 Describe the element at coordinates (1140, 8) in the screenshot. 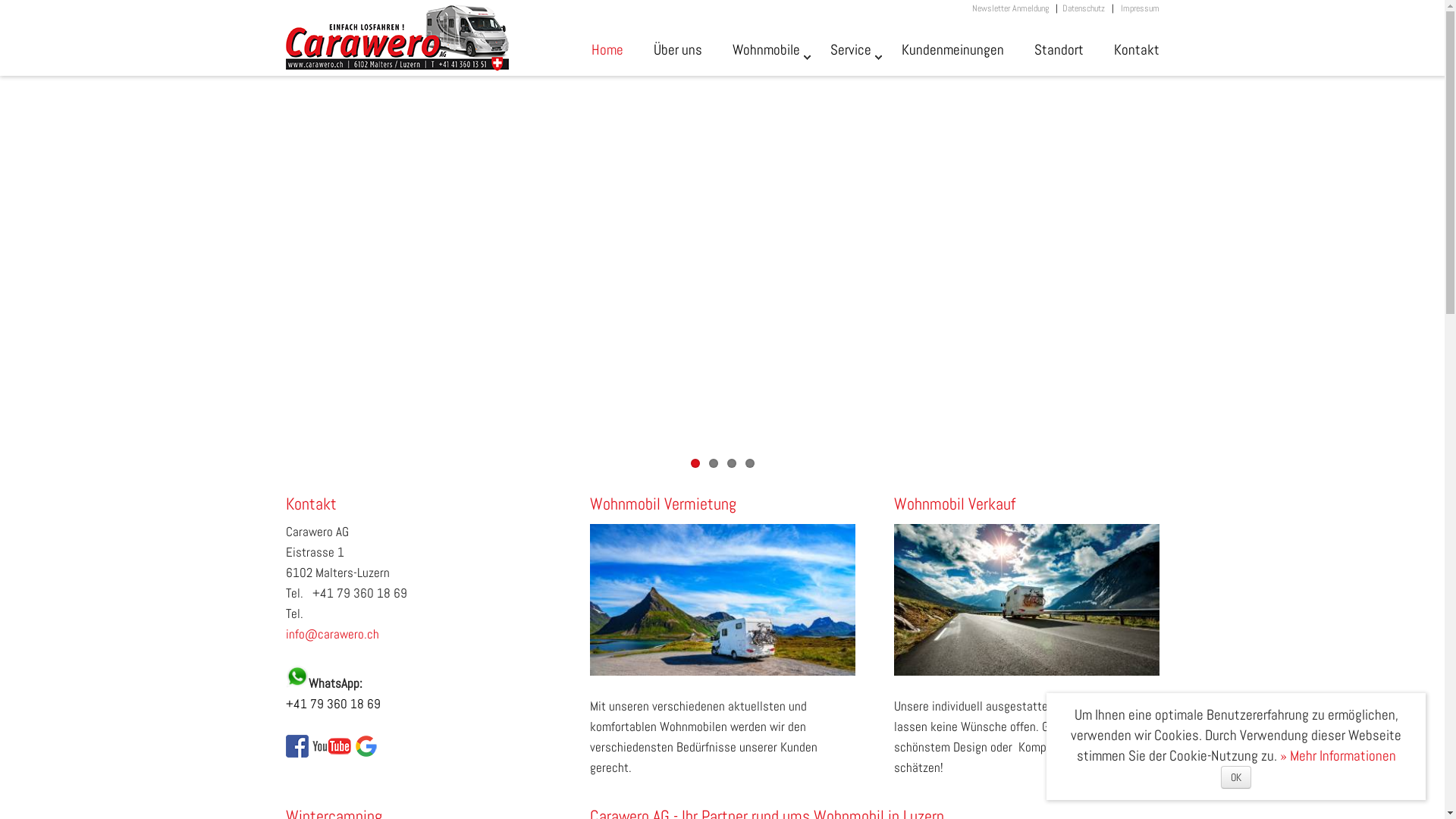

I see `'Impressum'` at that location.